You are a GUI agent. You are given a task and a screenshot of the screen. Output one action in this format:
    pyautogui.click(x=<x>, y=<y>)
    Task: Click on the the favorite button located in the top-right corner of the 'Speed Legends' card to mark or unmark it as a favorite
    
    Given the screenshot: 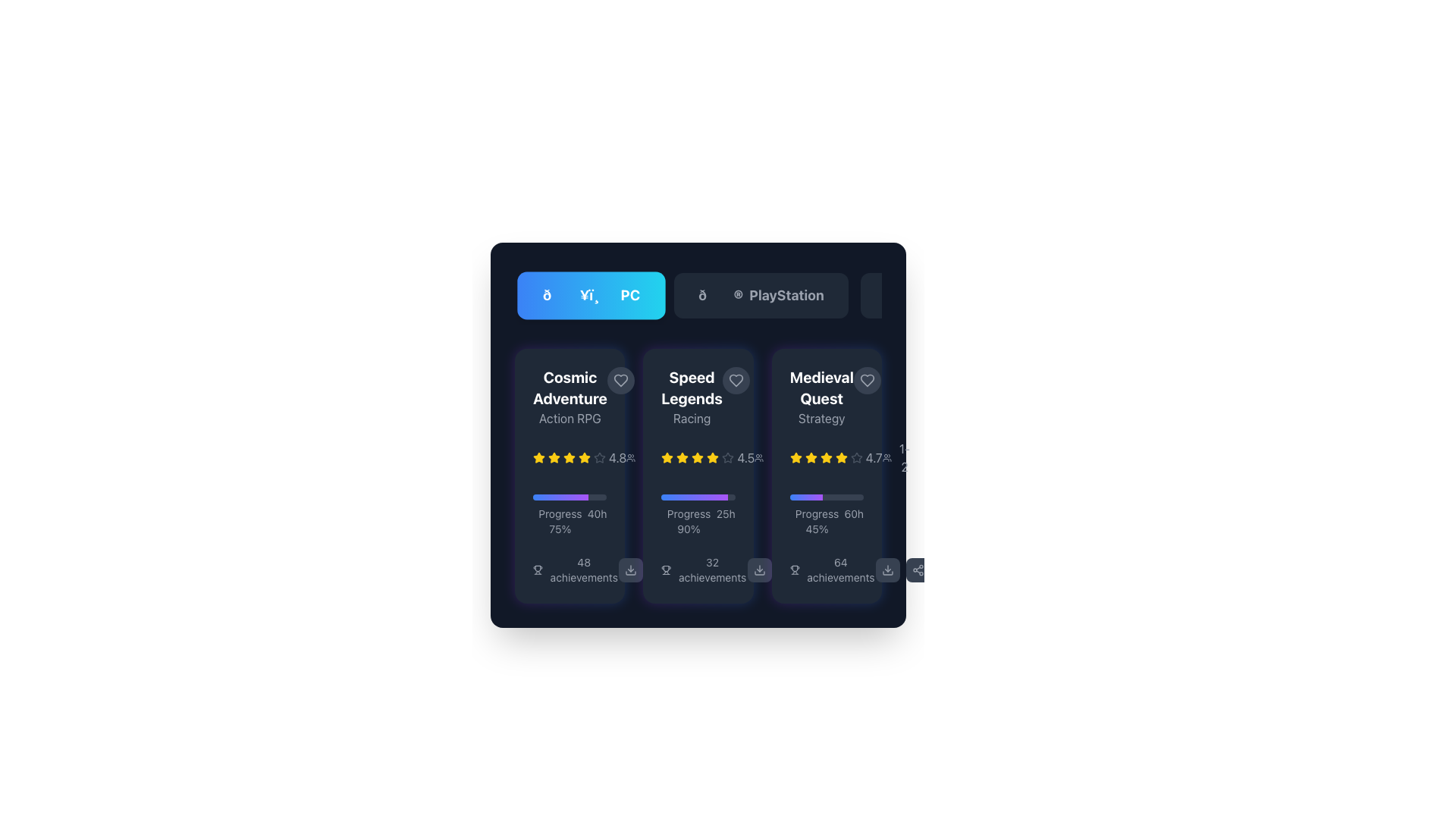 What is the action you would take?
    pyautogui.click(x=736, y=379)
    